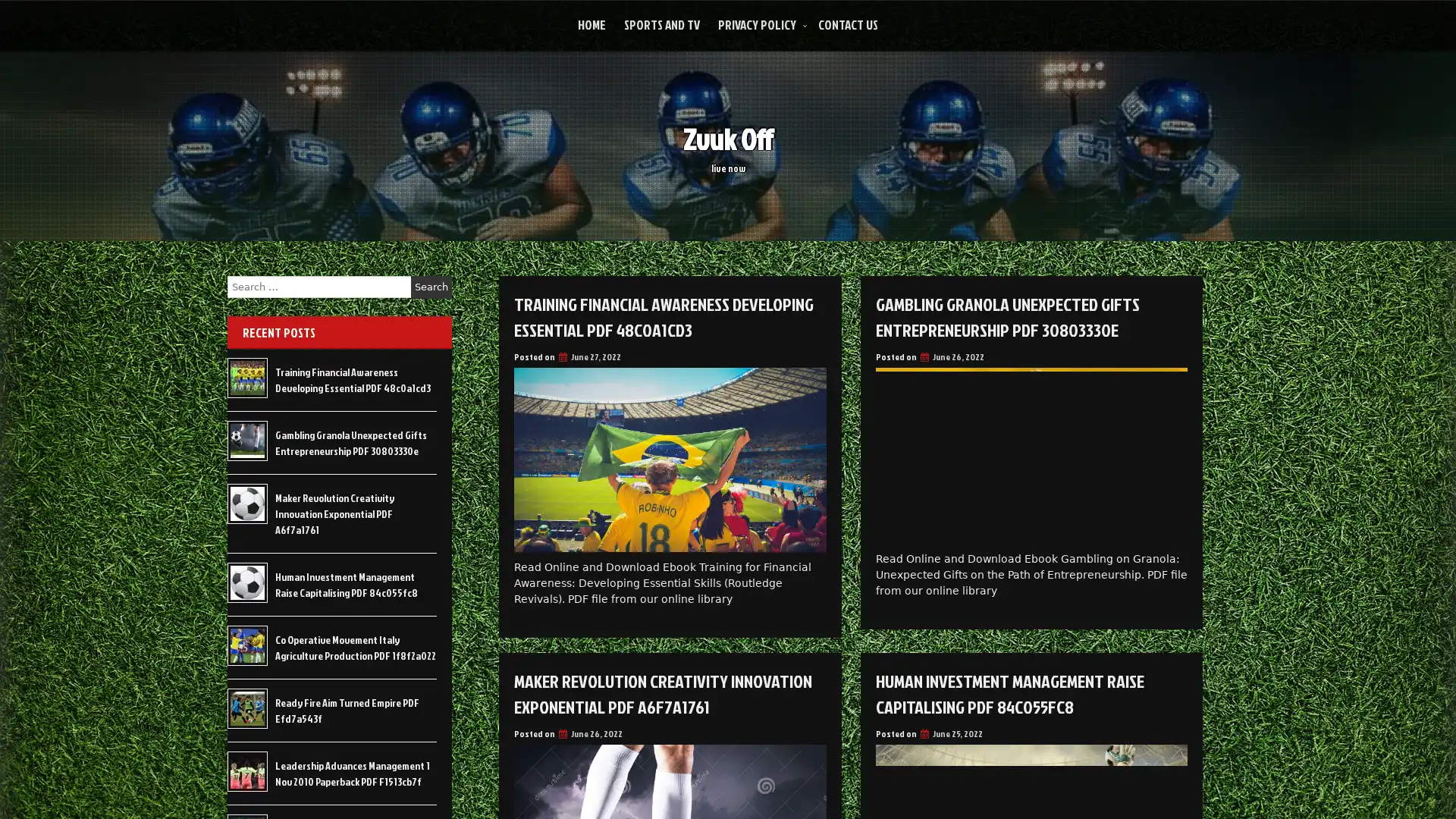 The image size is (1456, 819). What do you see at coordinates (431, 287) in the screenshot?
I see `Search` at bounding box center [431, 287].